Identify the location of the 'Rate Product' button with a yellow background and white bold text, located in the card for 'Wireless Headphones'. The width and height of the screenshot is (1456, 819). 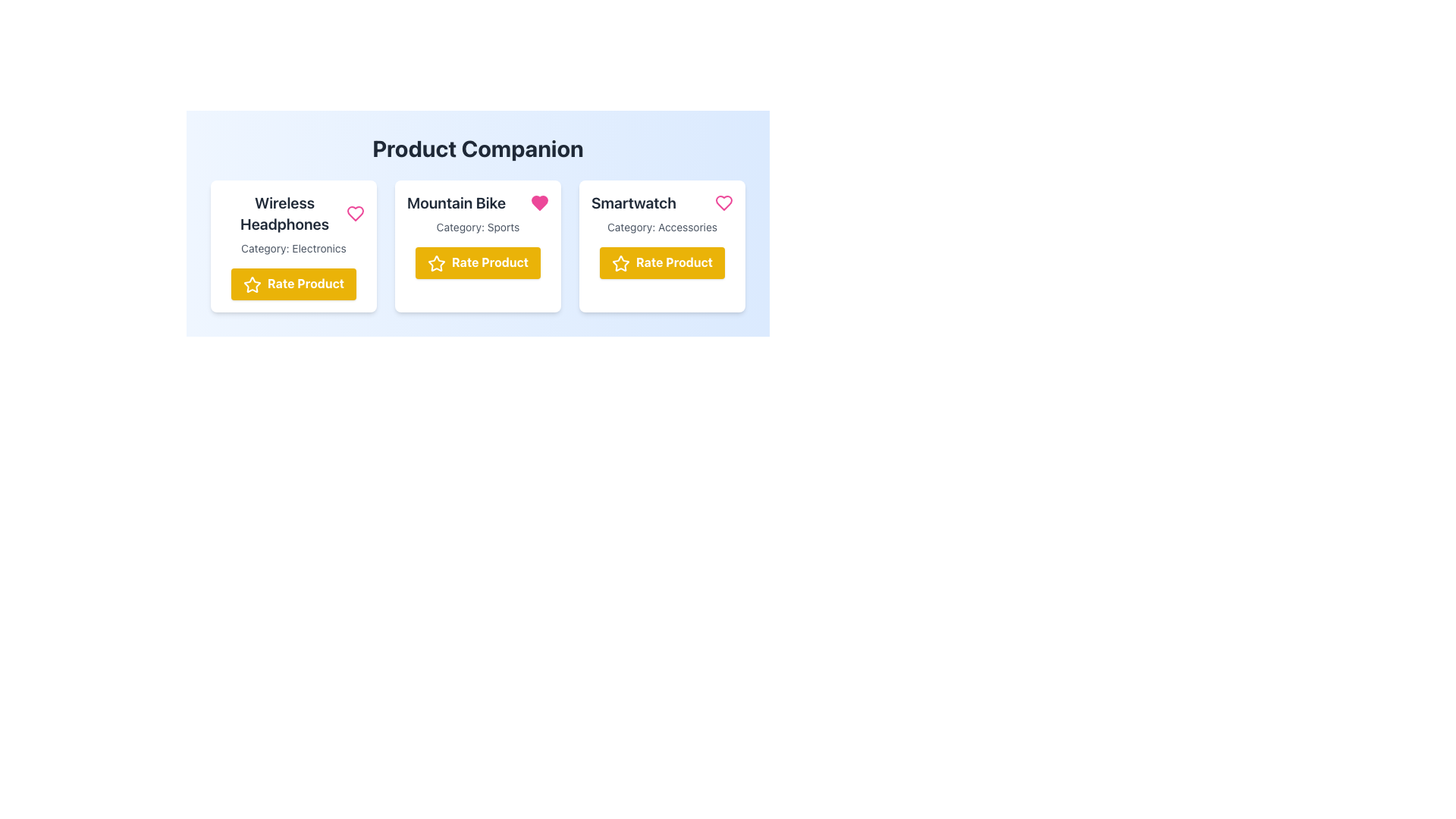
(293, 284).